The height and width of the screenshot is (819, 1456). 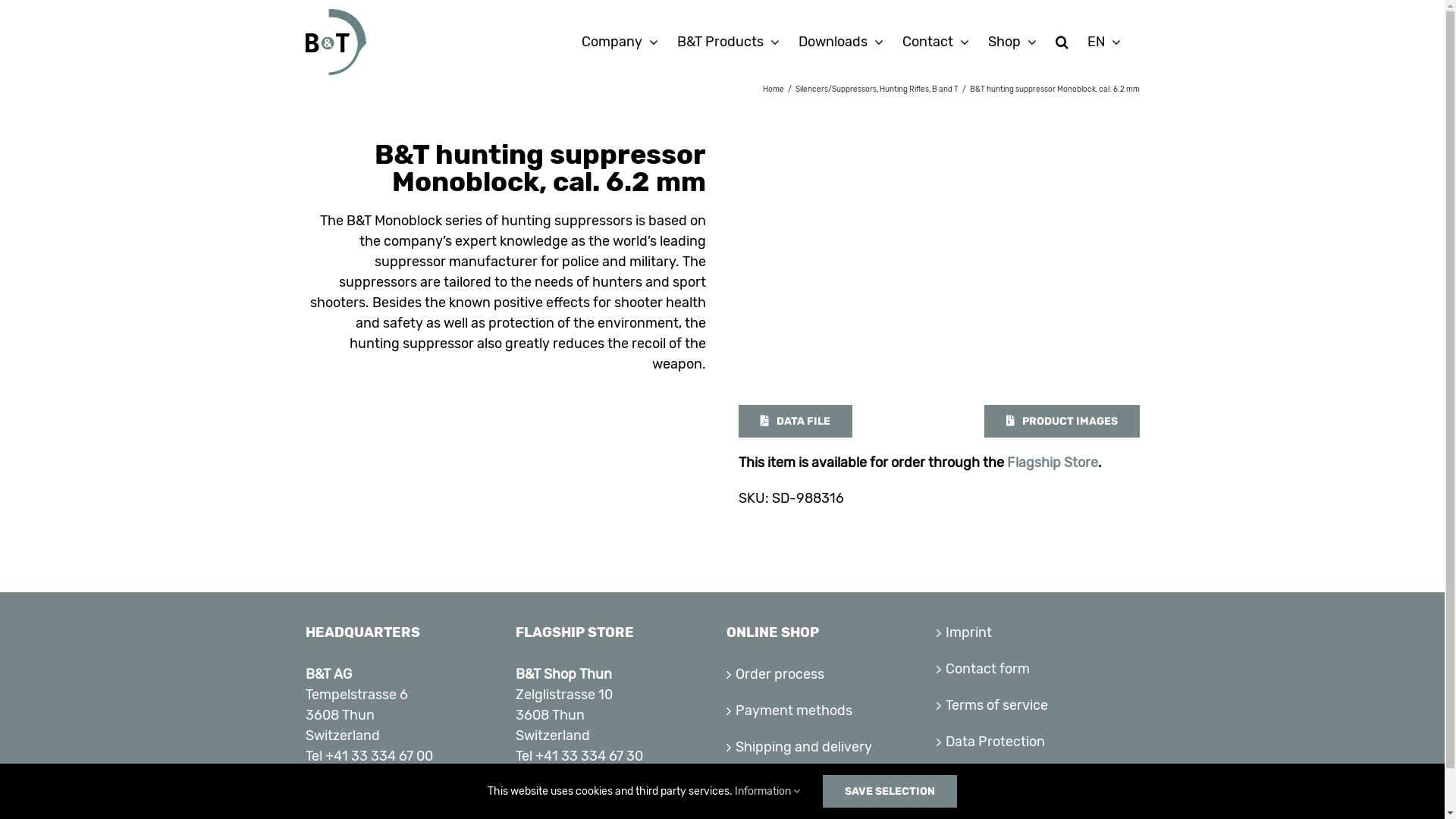 What do you see at coordinates (934, 40) in the screenshot?
I see `'Contact'` at bounding box center [934, 40].